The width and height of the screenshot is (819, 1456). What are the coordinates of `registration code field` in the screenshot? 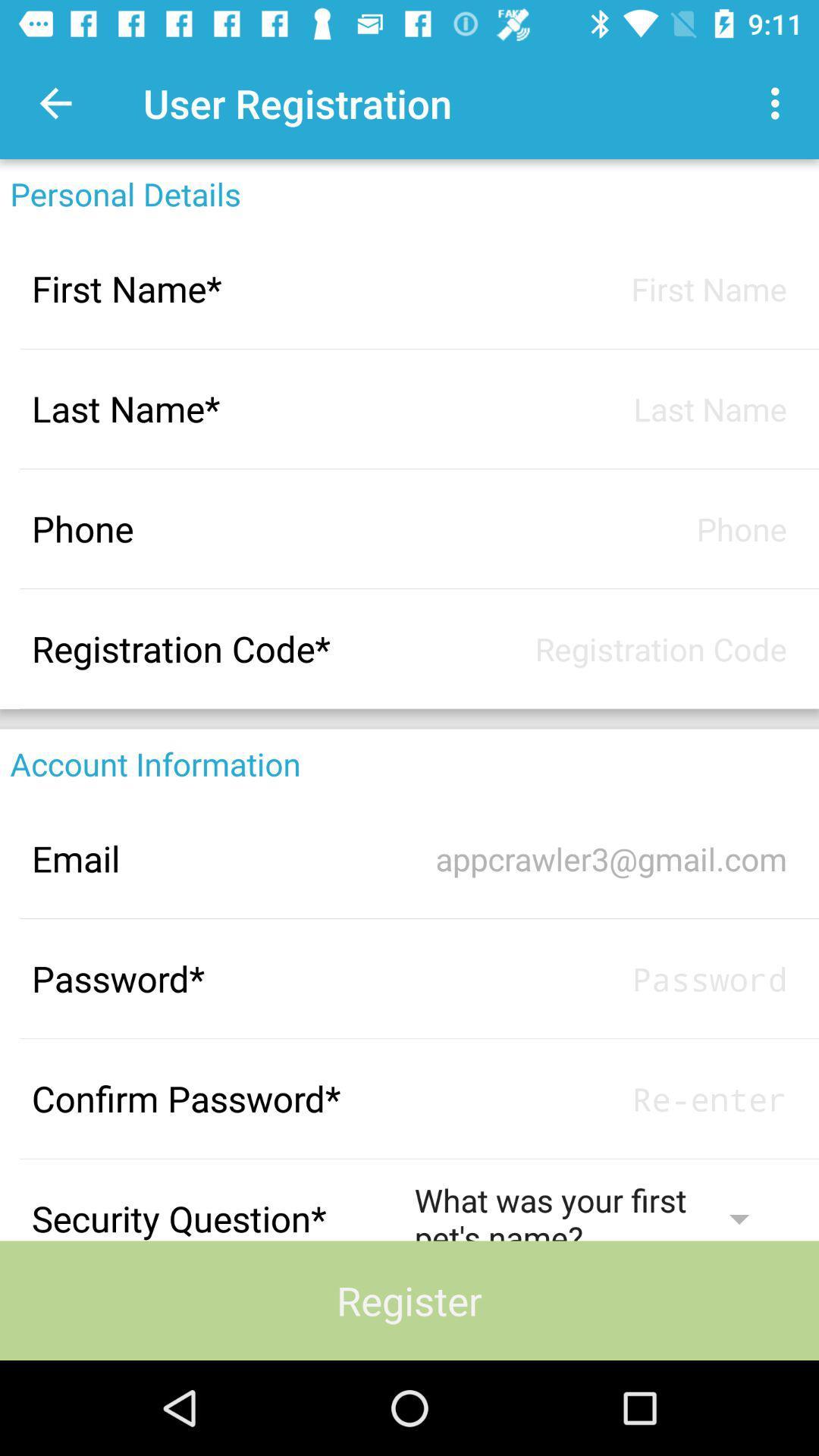 It's located at (600, 648).